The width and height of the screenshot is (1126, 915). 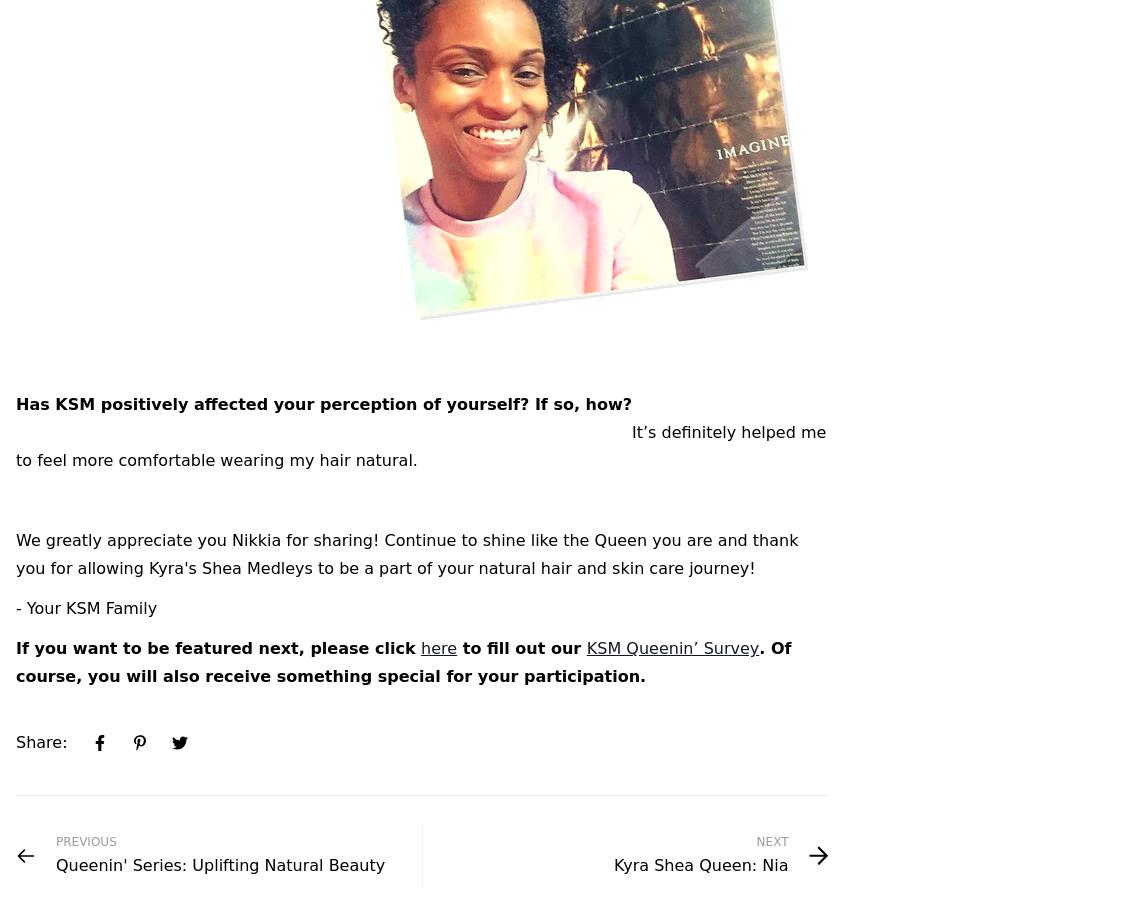 I want to click on 'KSM Queenin’ Survey', so click(x=672, y=648).